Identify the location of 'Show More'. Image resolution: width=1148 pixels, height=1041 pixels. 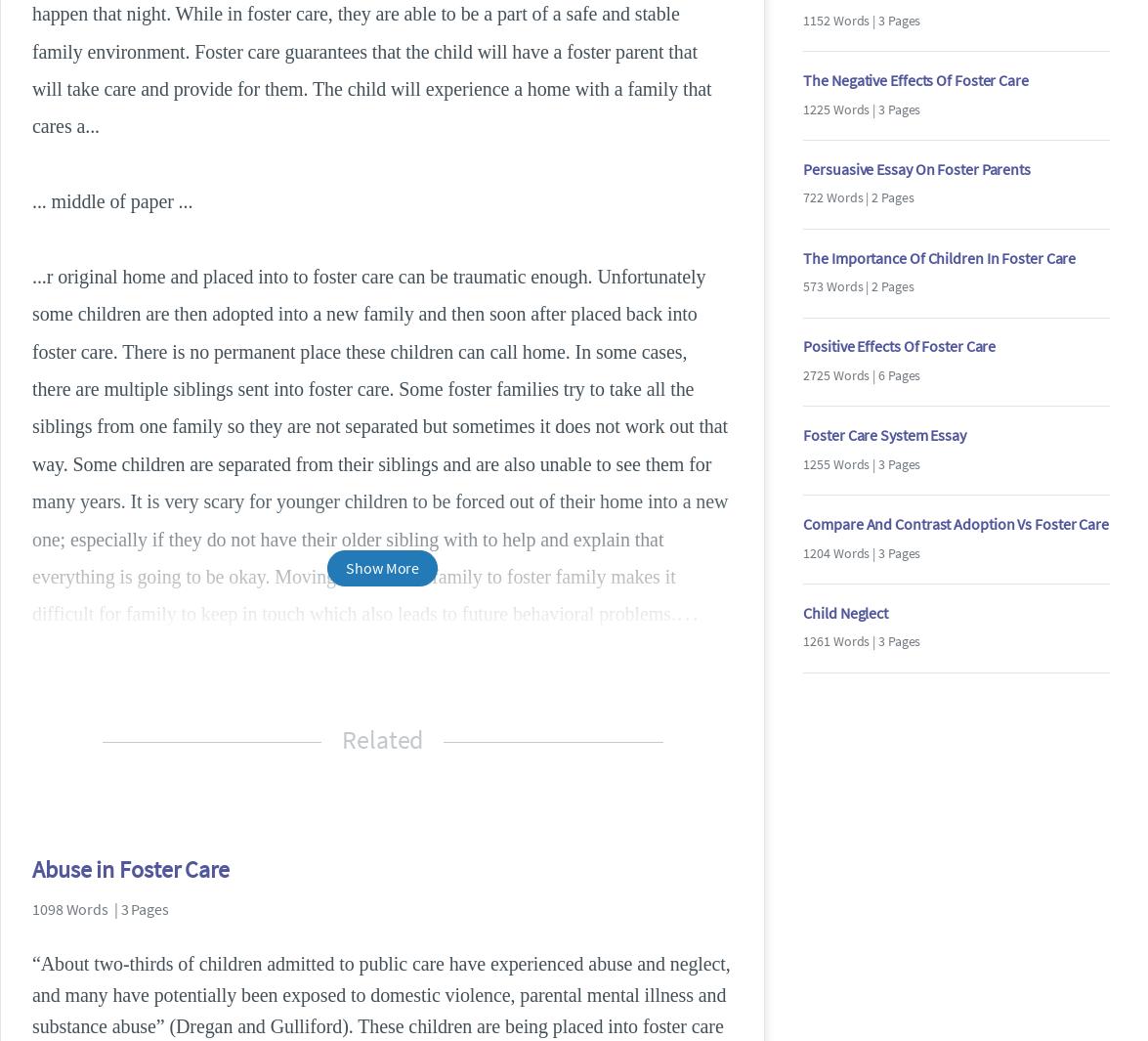
(382, 566).